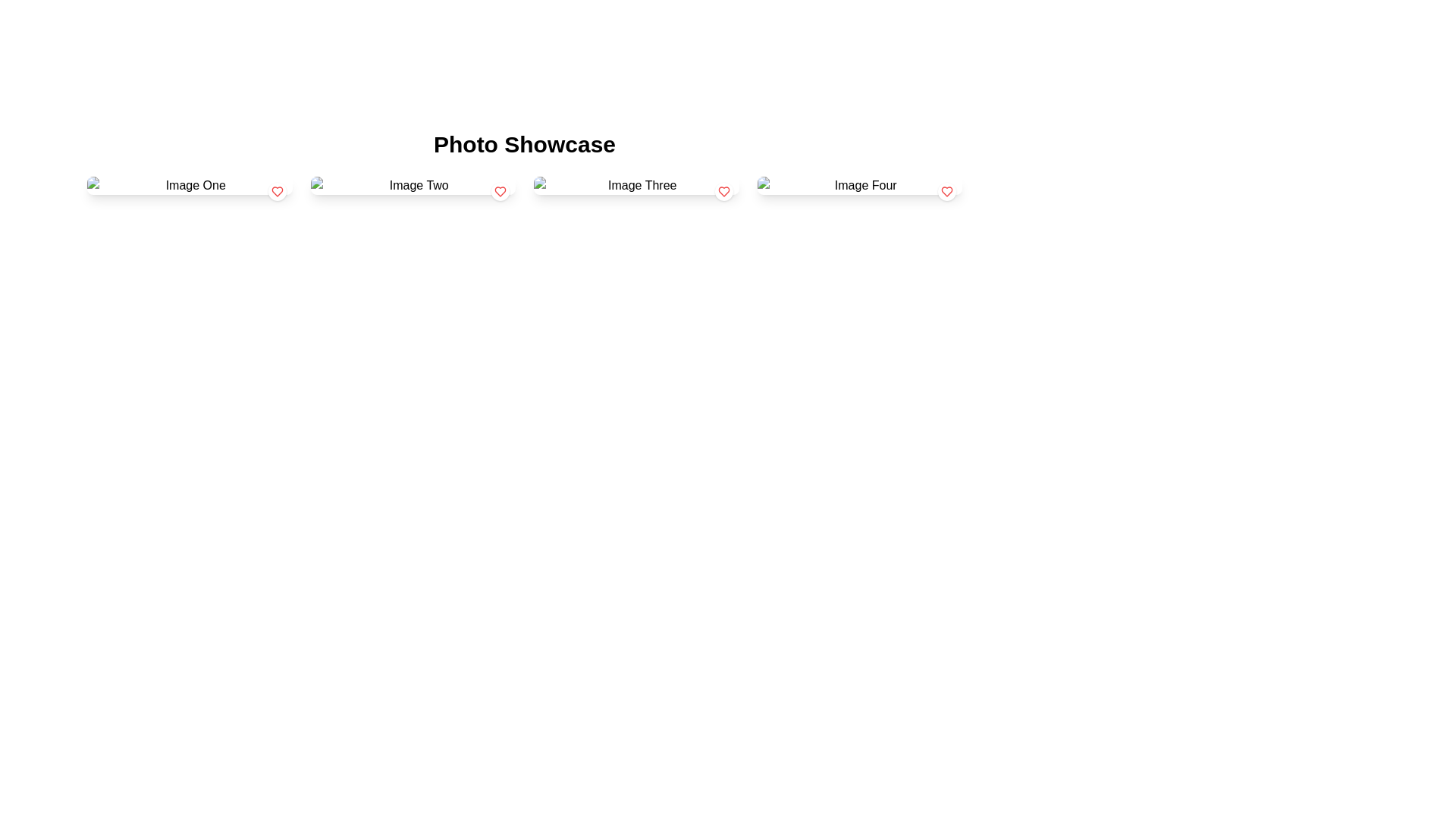 The height and width of the screenshot is (819, 1456). I want to click on the heart button in the top-right corner of the 'Image Two' component to favorite or like the image, so click(500, 191).